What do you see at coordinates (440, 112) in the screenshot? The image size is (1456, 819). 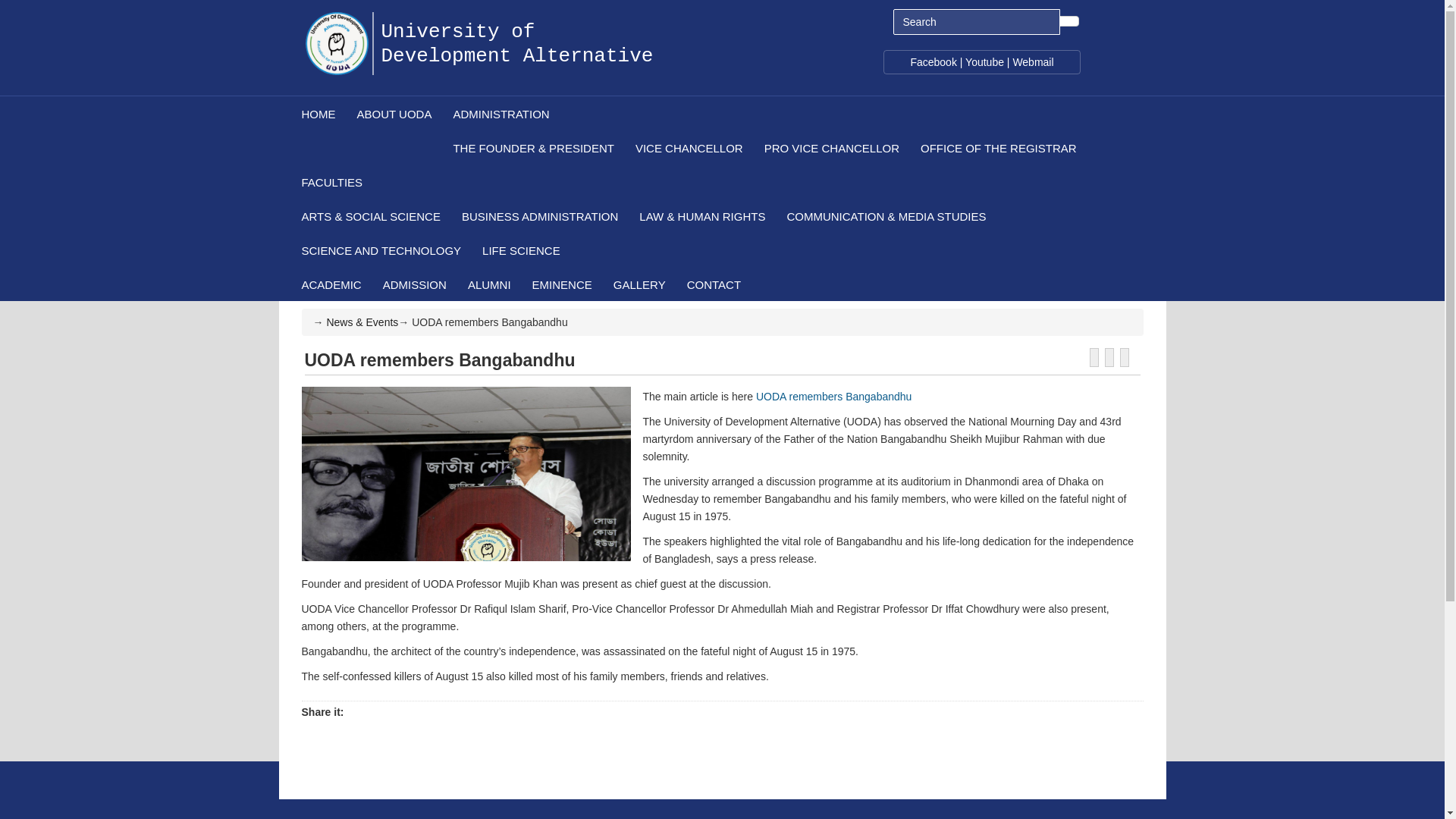 I see `'ADMINISTRATION'` at bounding box center [440, 112].